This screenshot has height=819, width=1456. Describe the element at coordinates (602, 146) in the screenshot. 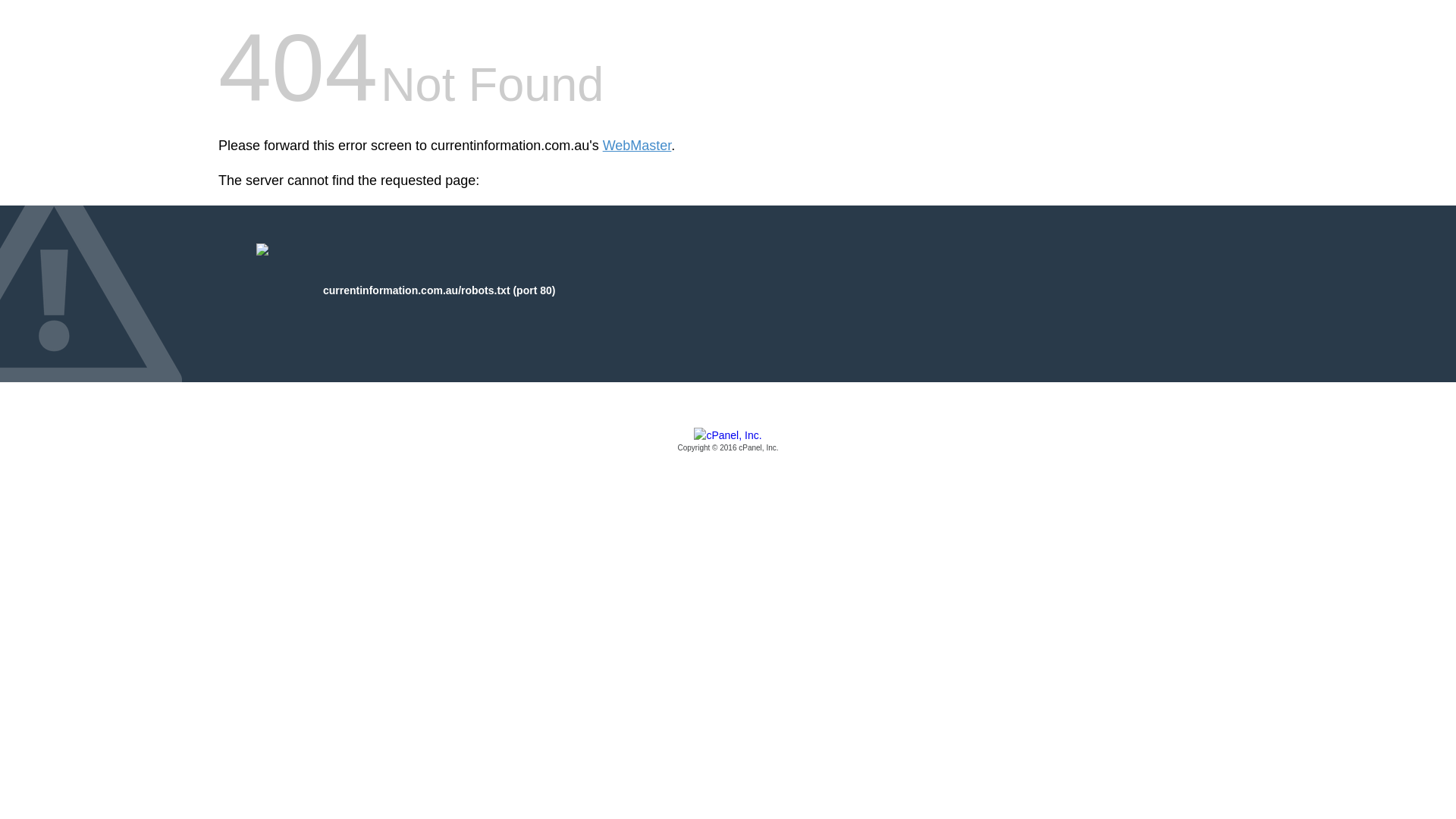

I see `'WebMaster'` at that location.